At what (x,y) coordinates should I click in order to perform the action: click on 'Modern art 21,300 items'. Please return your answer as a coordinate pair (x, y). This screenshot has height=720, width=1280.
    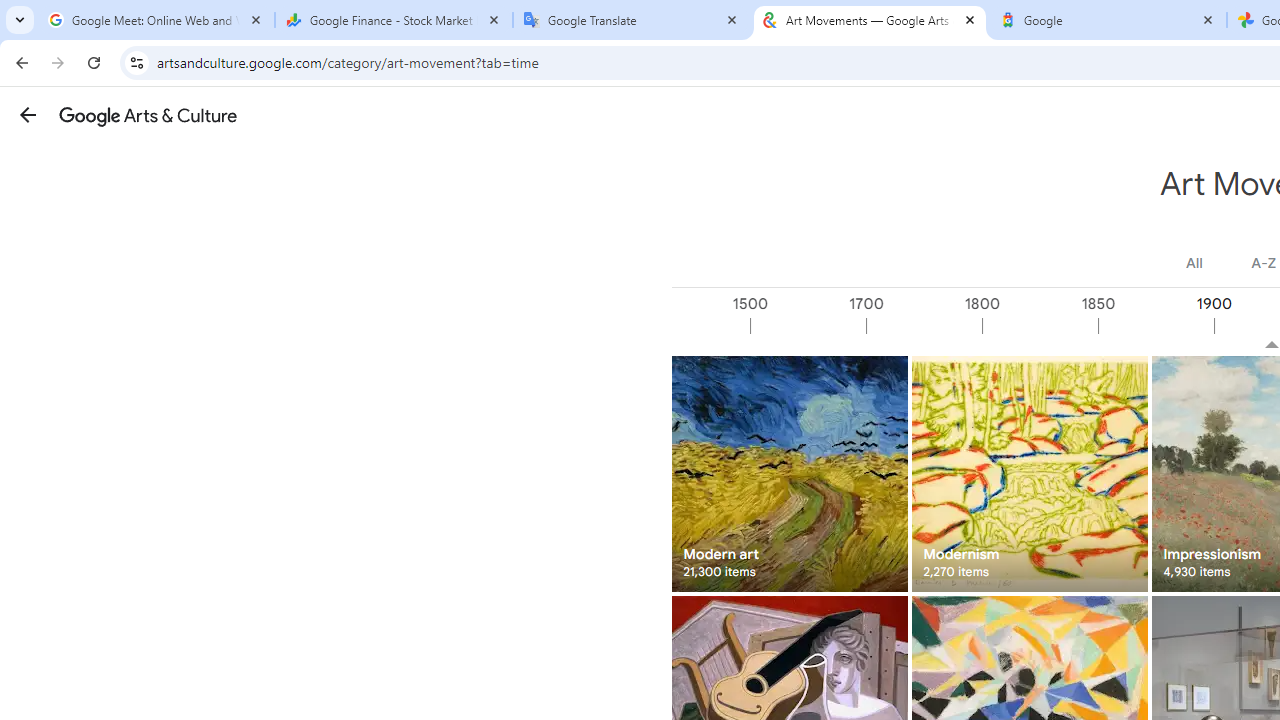
    Looking at the image, I should click on (788, 473).